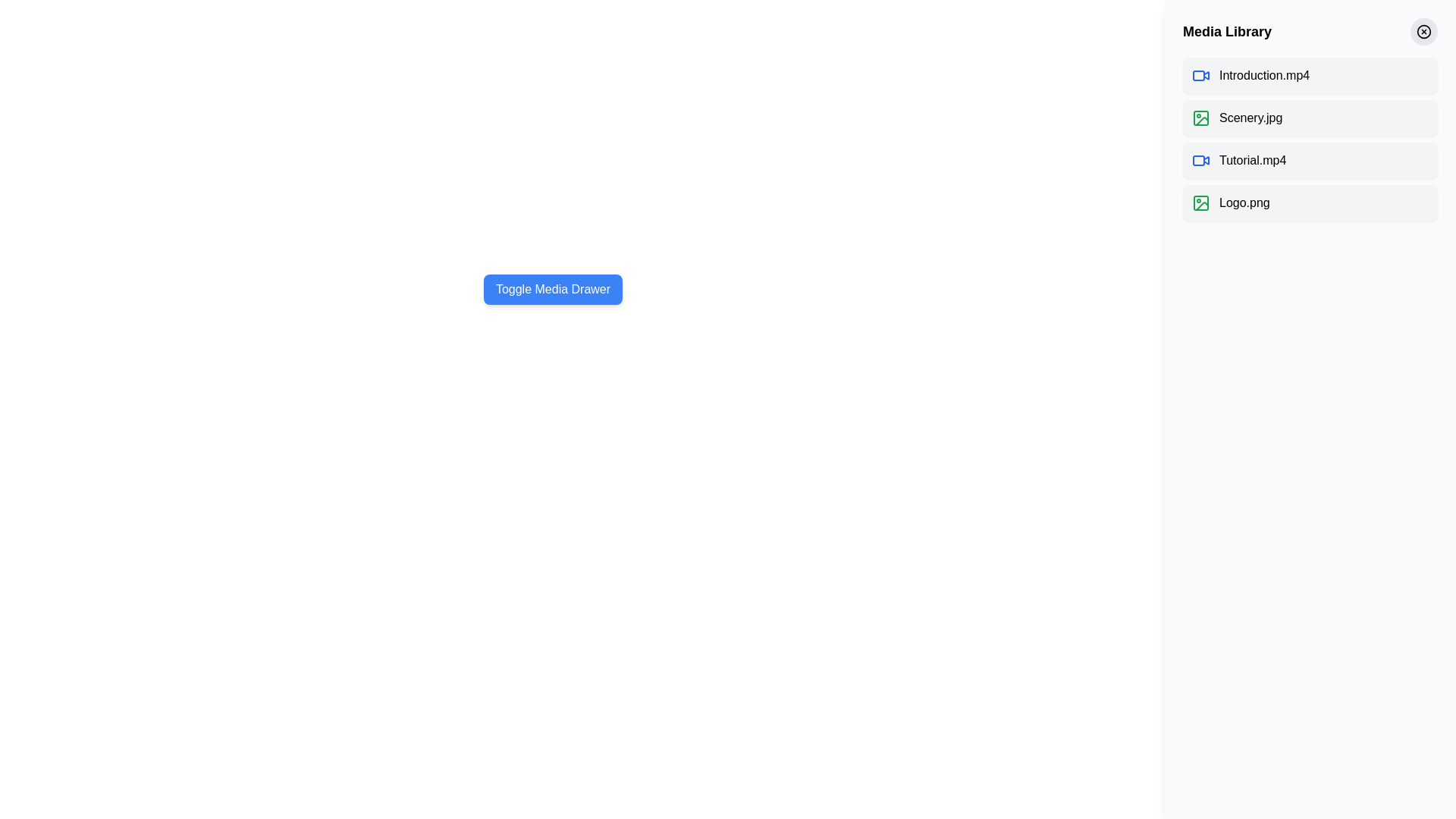 The image size is (1456, 819). What do you see at coordinates (1423, 32) in the screenshot?
I see `the center of the dismiss button located on the right-hand side of the Media Library panel` at bounding box center [1423, 32].